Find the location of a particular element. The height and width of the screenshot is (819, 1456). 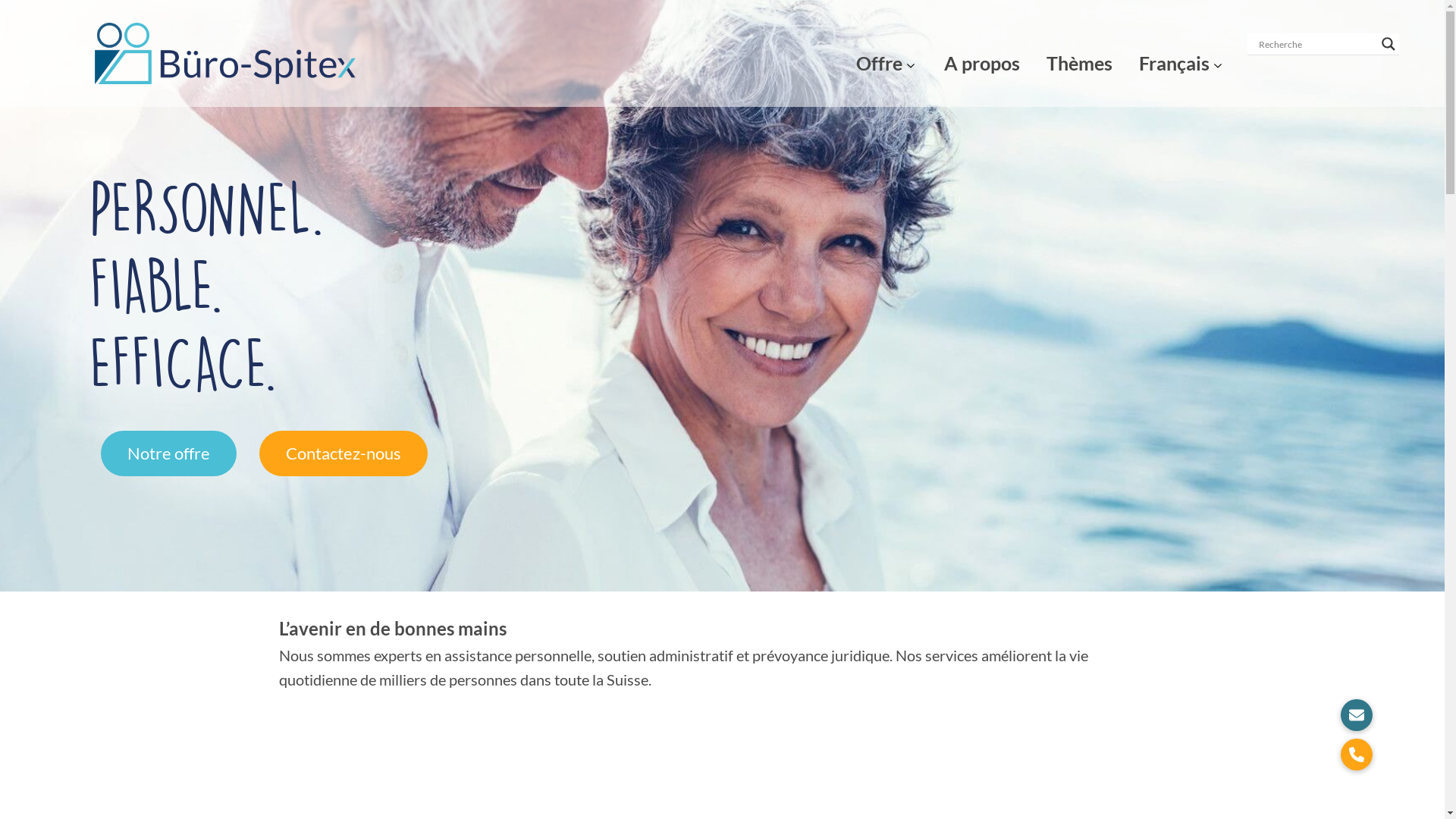

'Offre' is located at coordinates (879, 52).